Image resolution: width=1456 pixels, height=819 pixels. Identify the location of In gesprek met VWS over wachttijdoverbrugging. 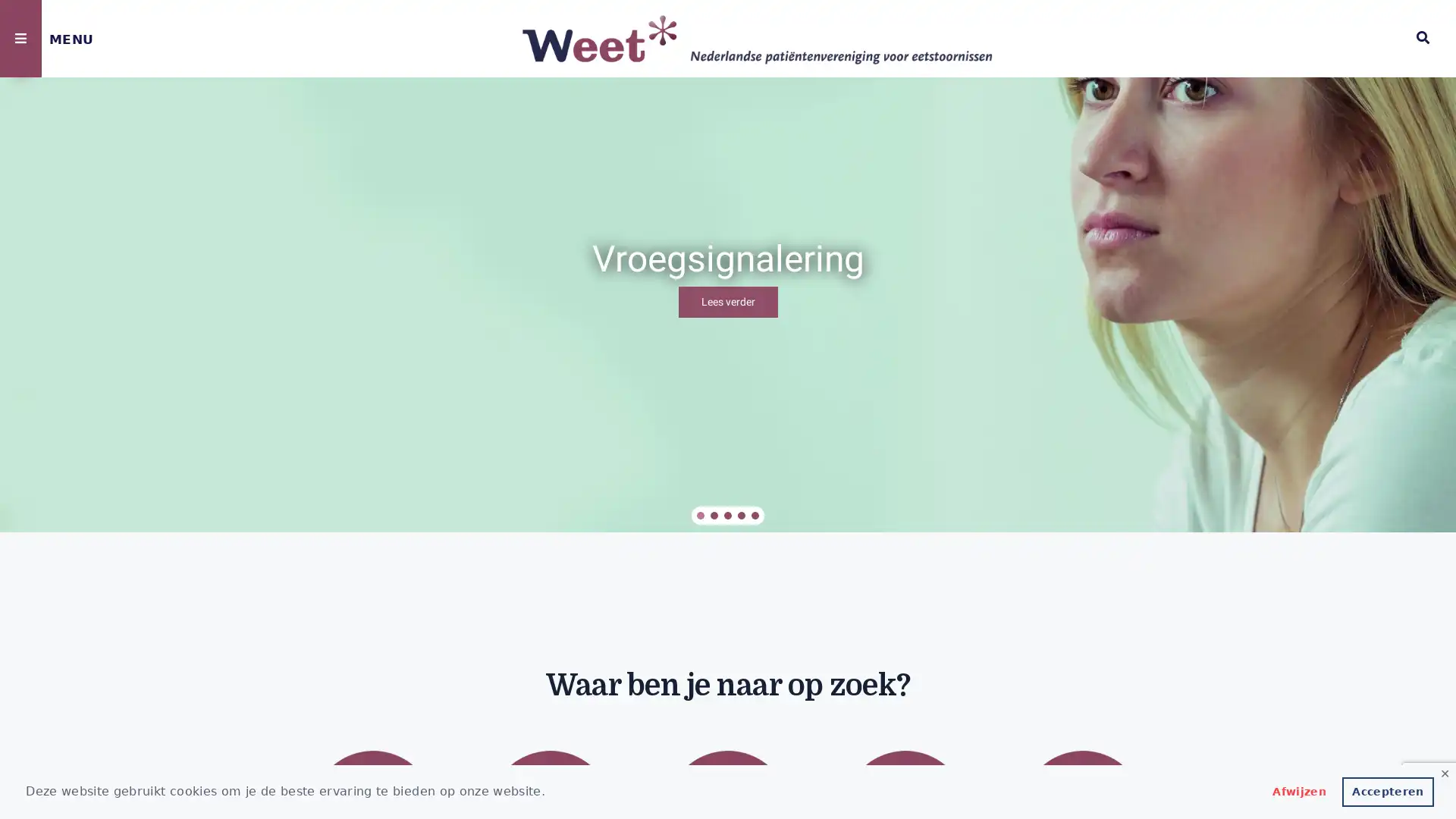
(755, 514).